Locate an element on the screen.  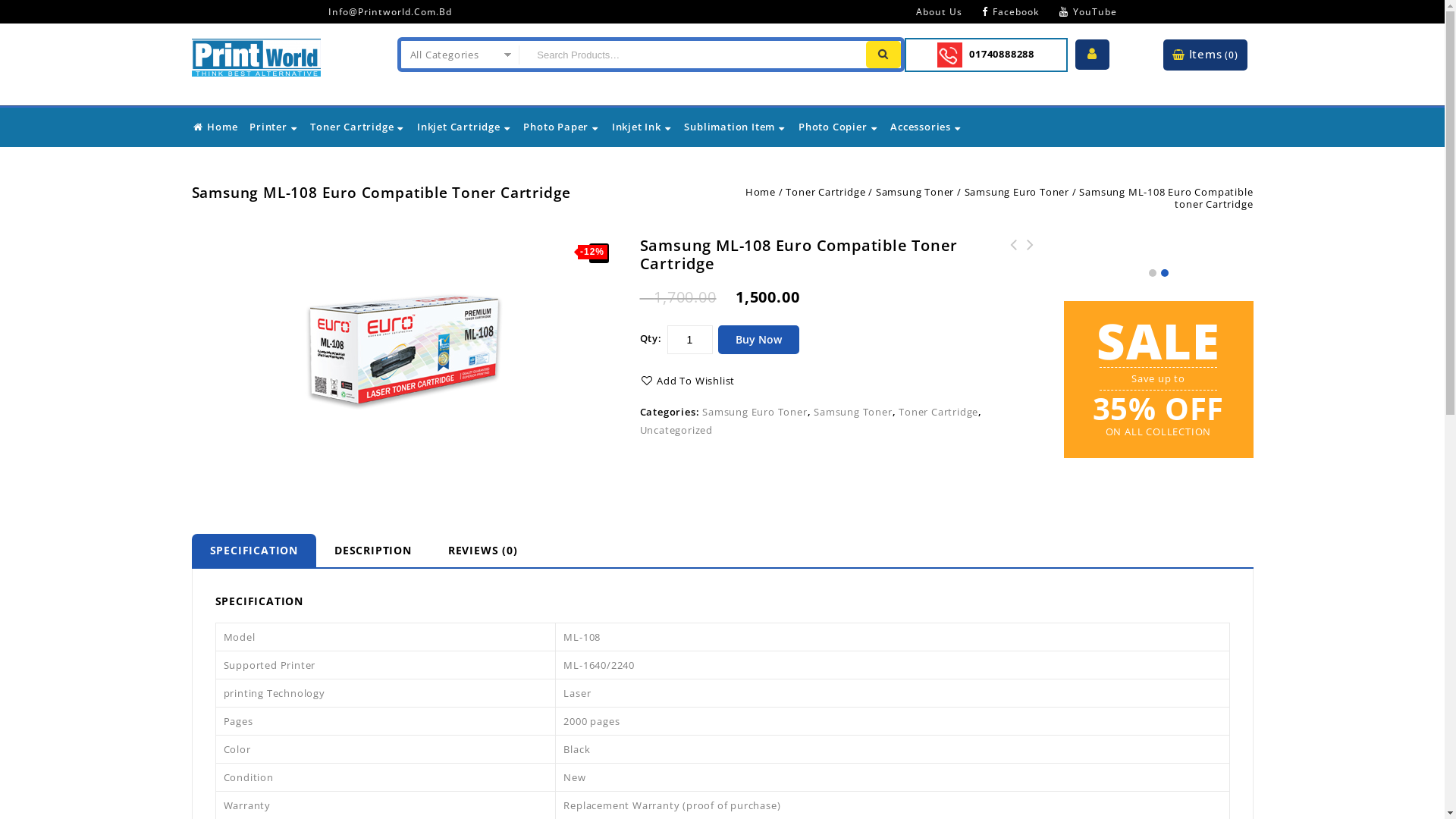
'Uncategorized' is located at coordinates (676, 430).